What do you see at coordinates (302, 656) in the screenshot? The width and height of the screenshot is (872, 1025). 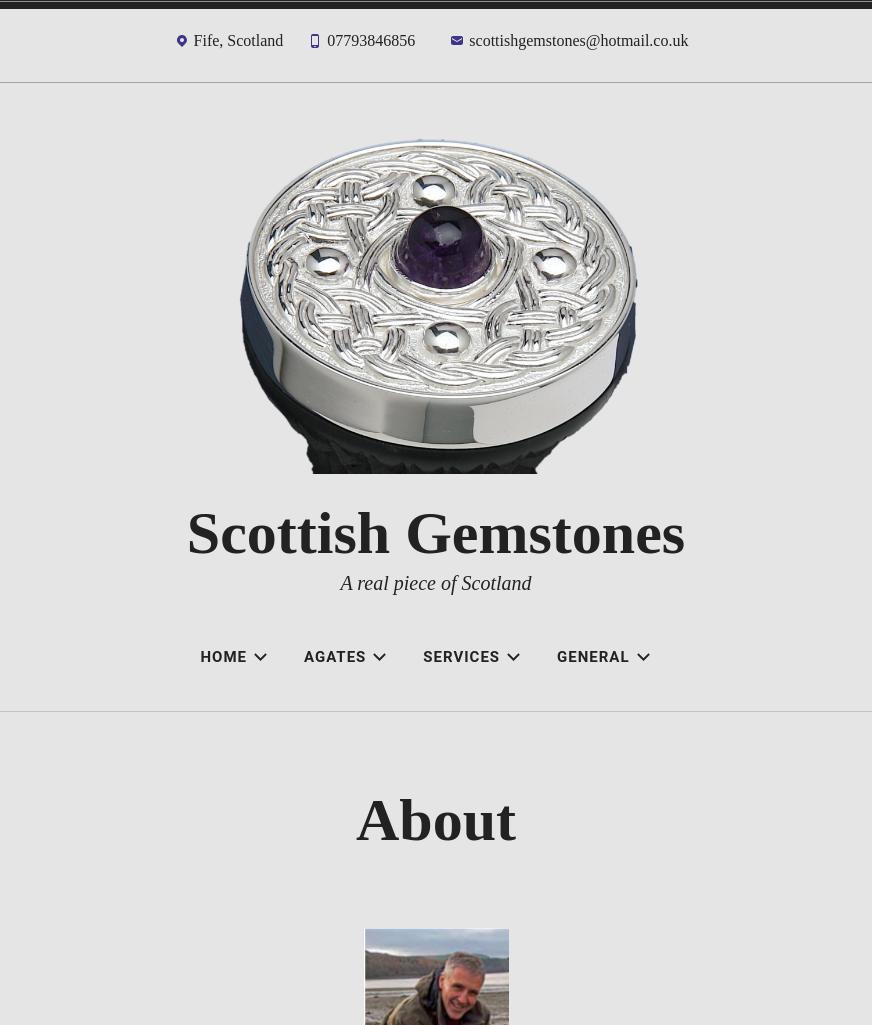 I see `'Agates'` at bounding box center [302, 656].